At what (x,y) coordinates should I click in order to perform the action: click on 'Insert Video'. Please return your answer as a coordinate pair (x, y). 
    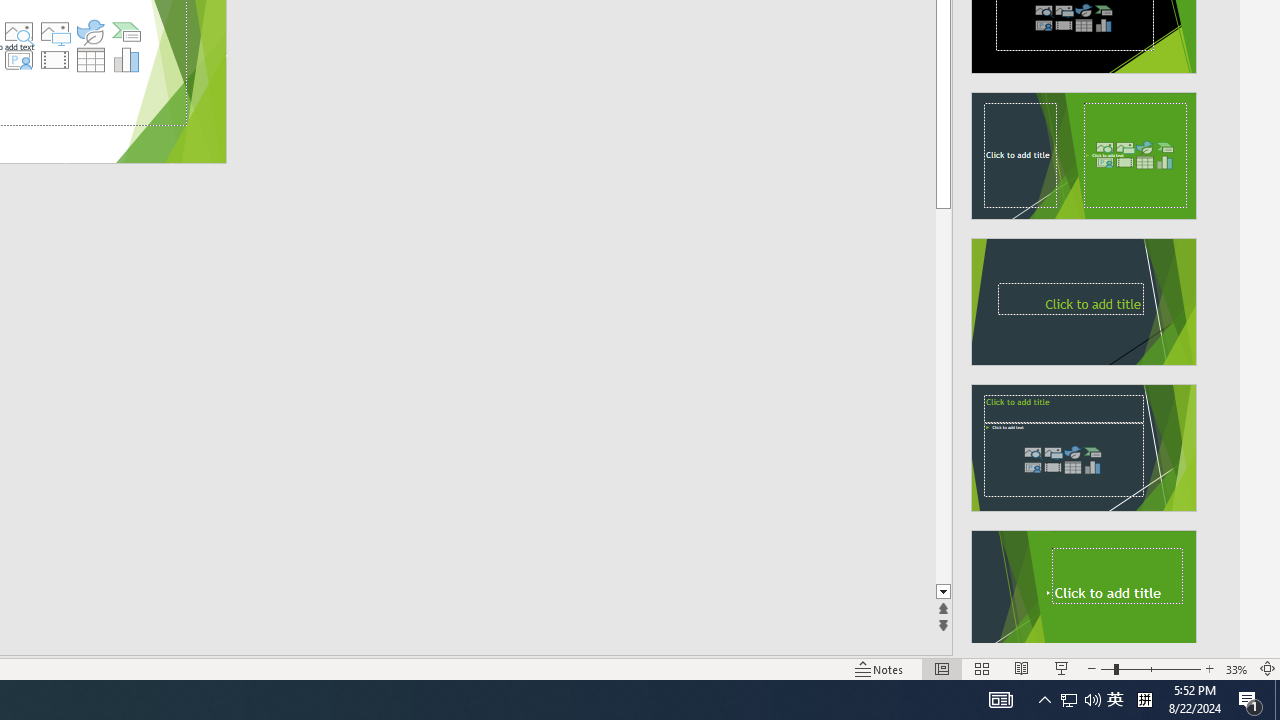
    Looking at the image, I should click on (54, 59).